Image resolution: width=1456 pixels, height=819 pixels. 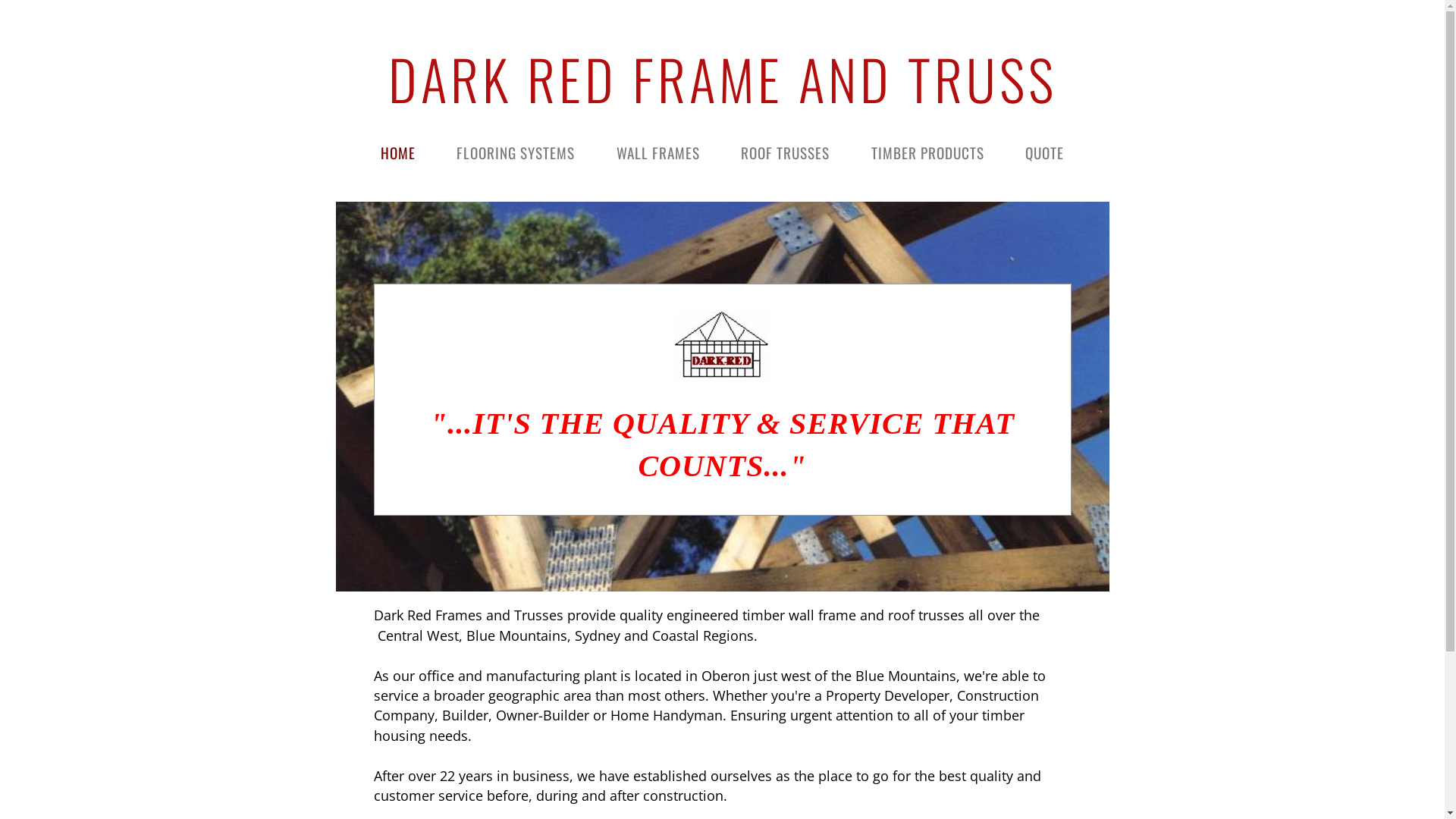 What do you see at coordinates (397, 152) in the screenshot?
I see `'HOME'` at bounding box center [397, 152].